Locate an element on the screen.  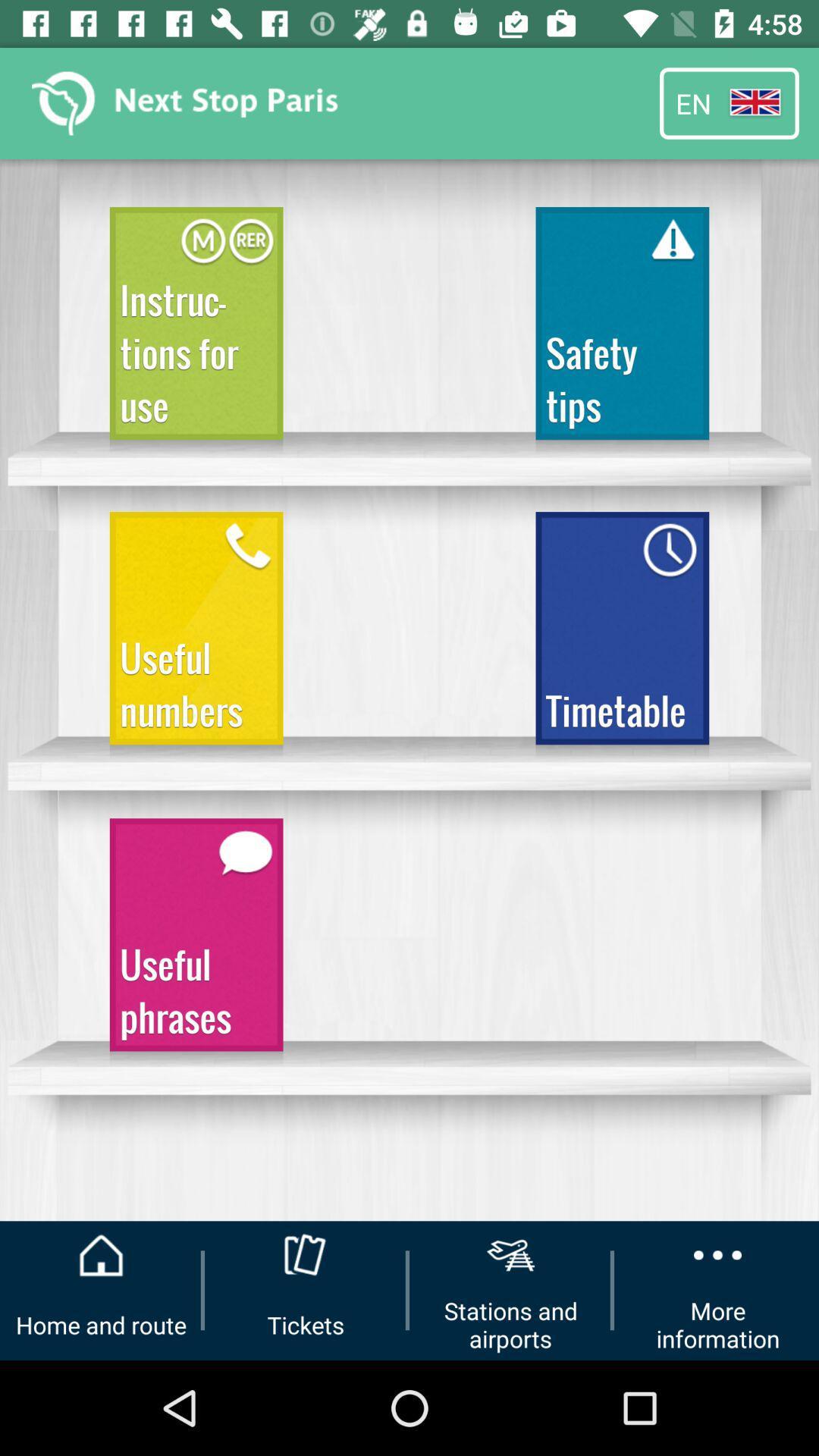
the yellow color button is located at coordinates (196, 635).